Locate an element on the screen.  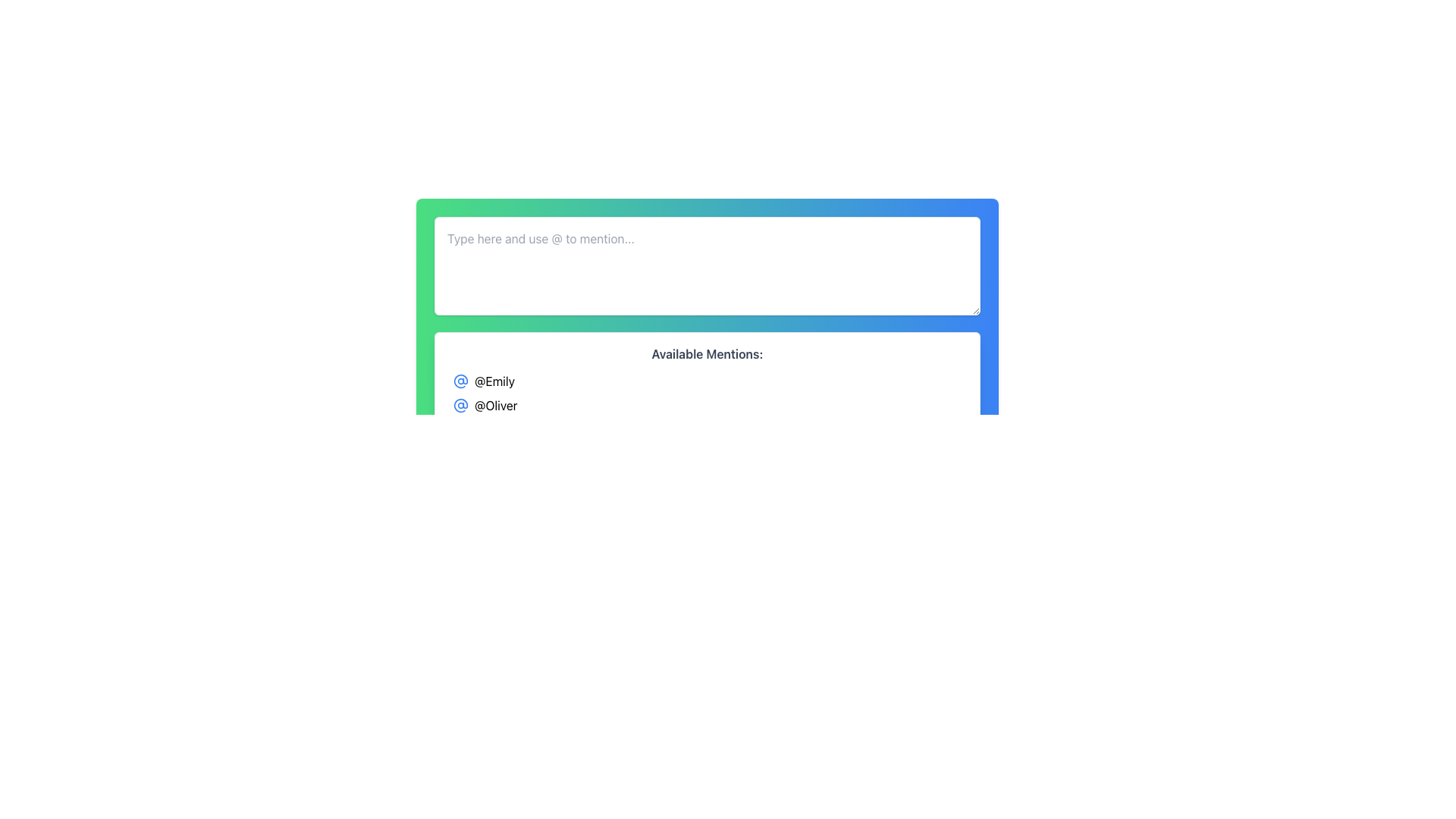
the '@Oliver' mention icon is located at coordinates (460, 405).